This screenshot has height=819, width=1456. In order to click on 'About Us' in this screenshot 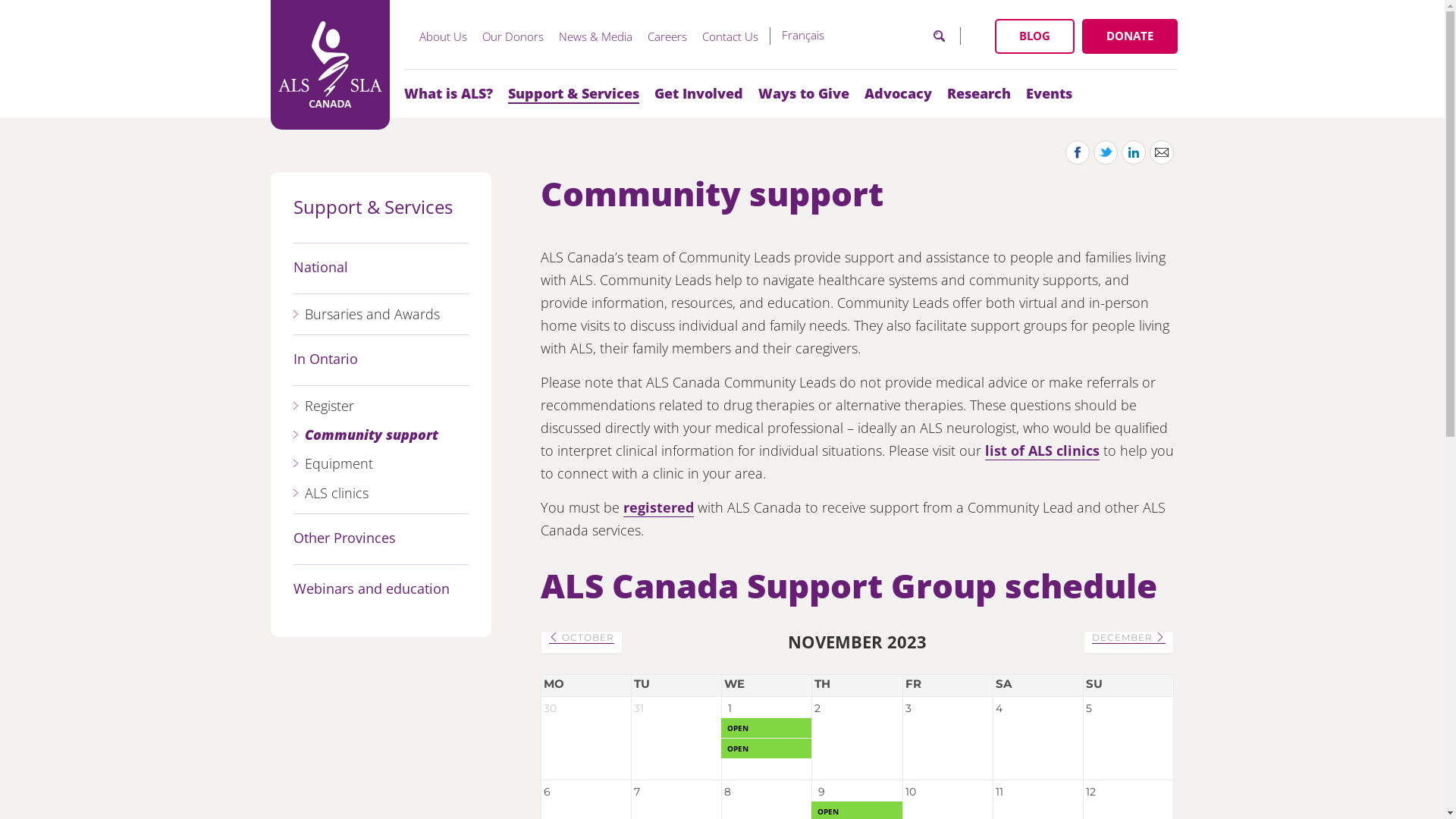, I will do `click(441, 36)`.